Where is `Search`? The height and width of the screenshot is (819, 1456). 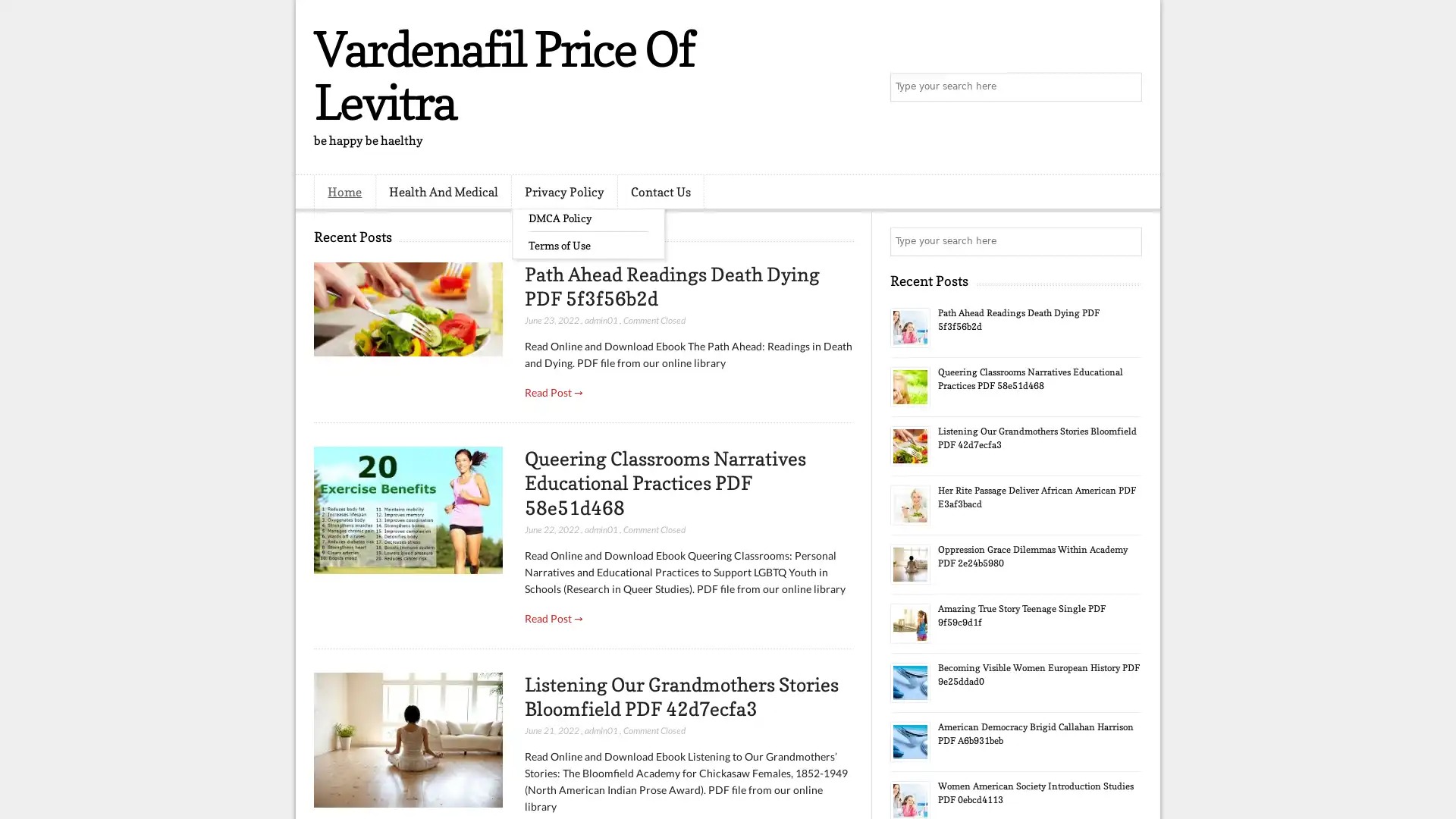
Search is located at coordinates (1126, 87).